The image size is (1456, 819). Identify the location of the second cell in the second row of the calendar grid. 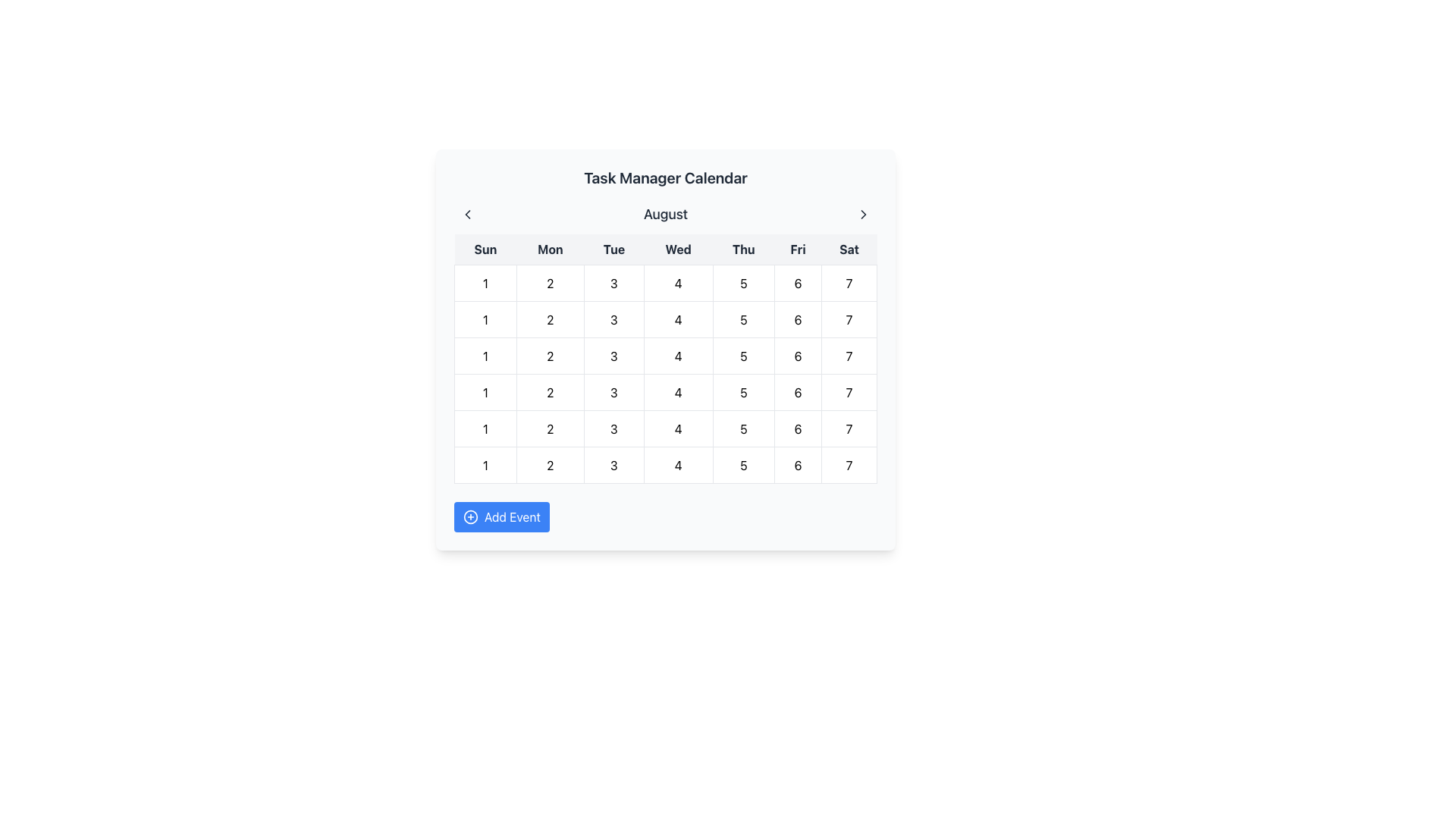
(549, 356).